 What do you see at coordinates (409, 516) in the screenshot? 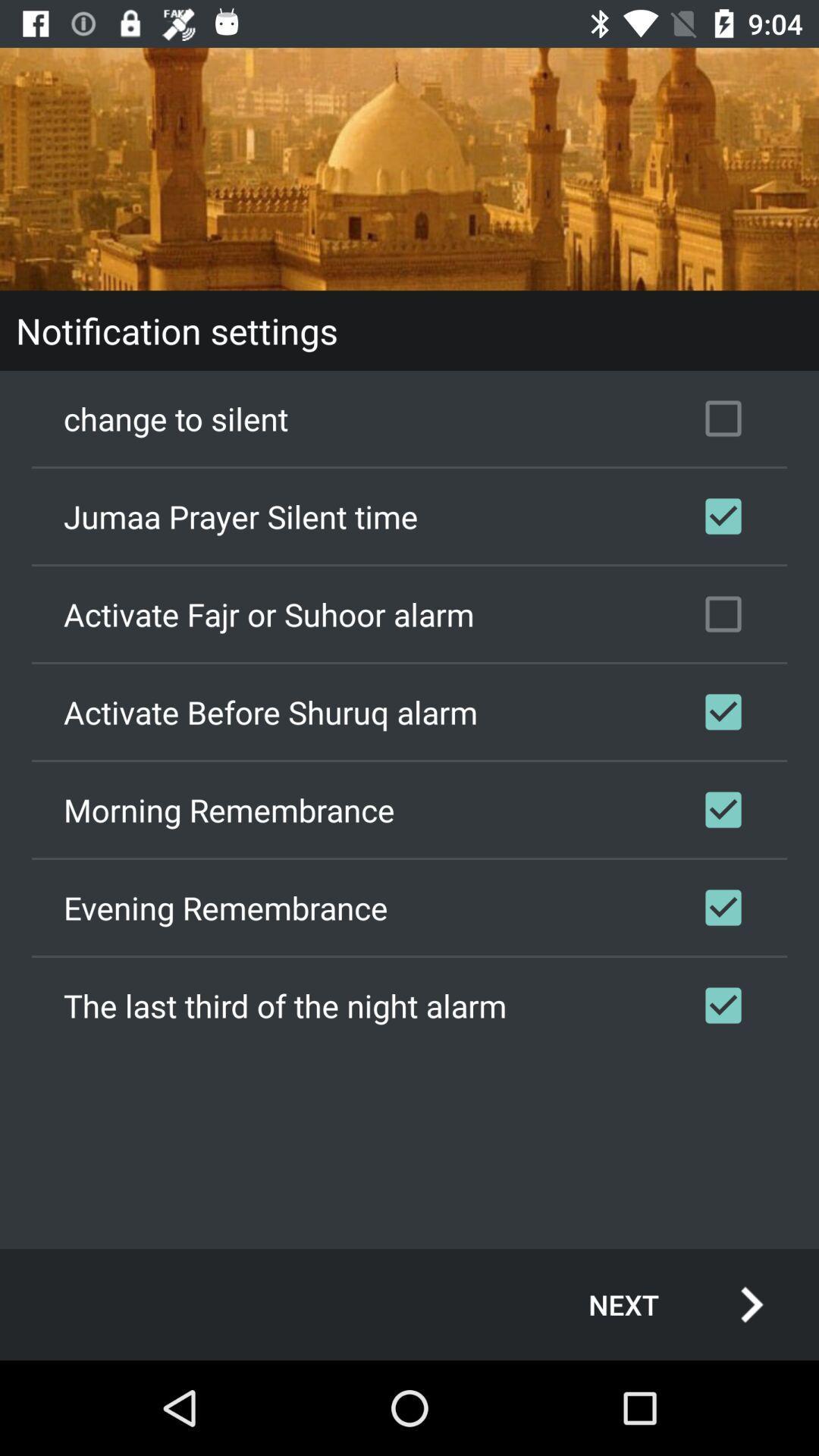
I see `icon above the activate fajr or icon` at bounding box center [409, 516].